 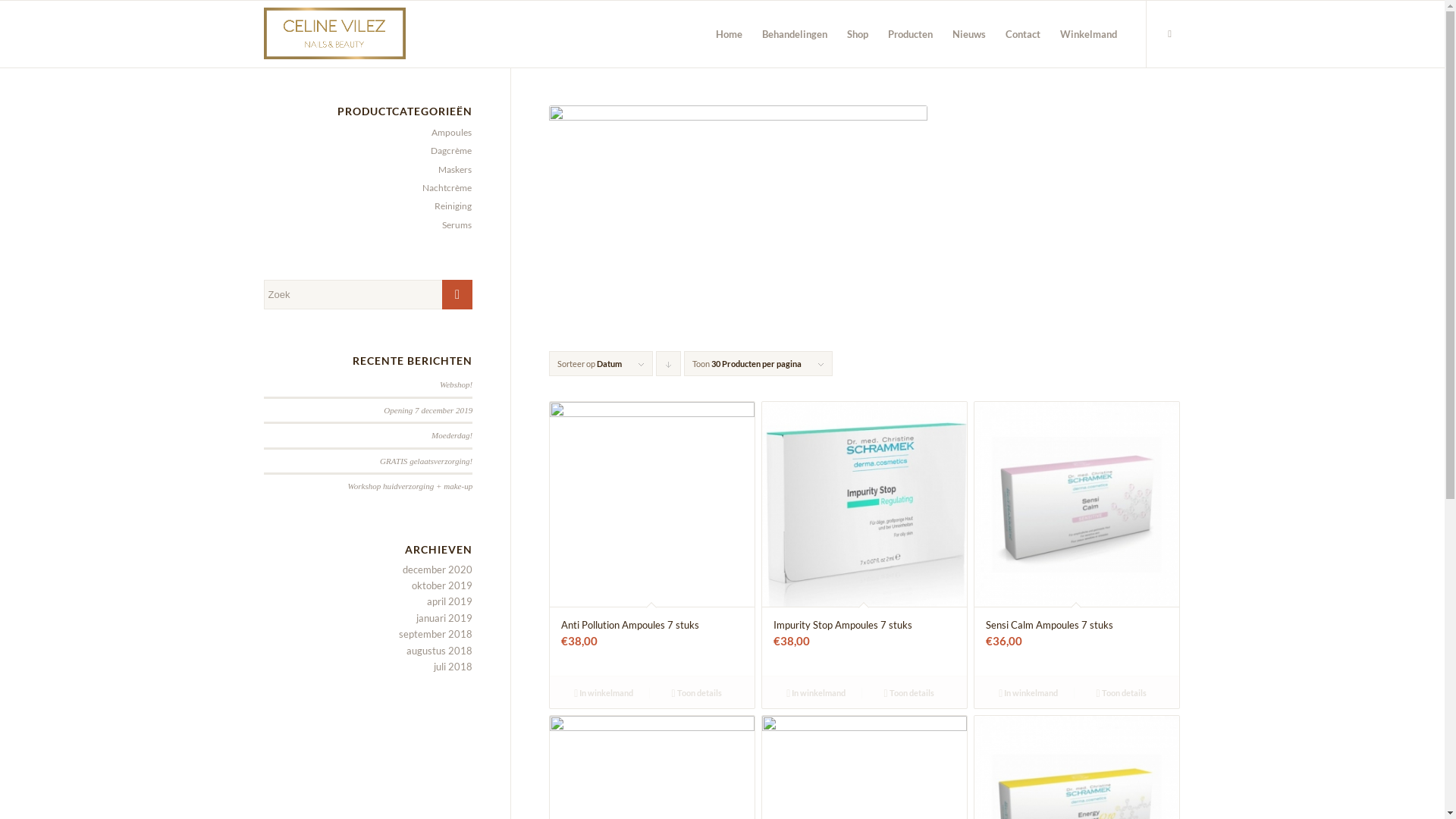 What do you see at coordinates (836, 34) in the screenshot?
I see `'Shop'` at bounding box center [836, 34].